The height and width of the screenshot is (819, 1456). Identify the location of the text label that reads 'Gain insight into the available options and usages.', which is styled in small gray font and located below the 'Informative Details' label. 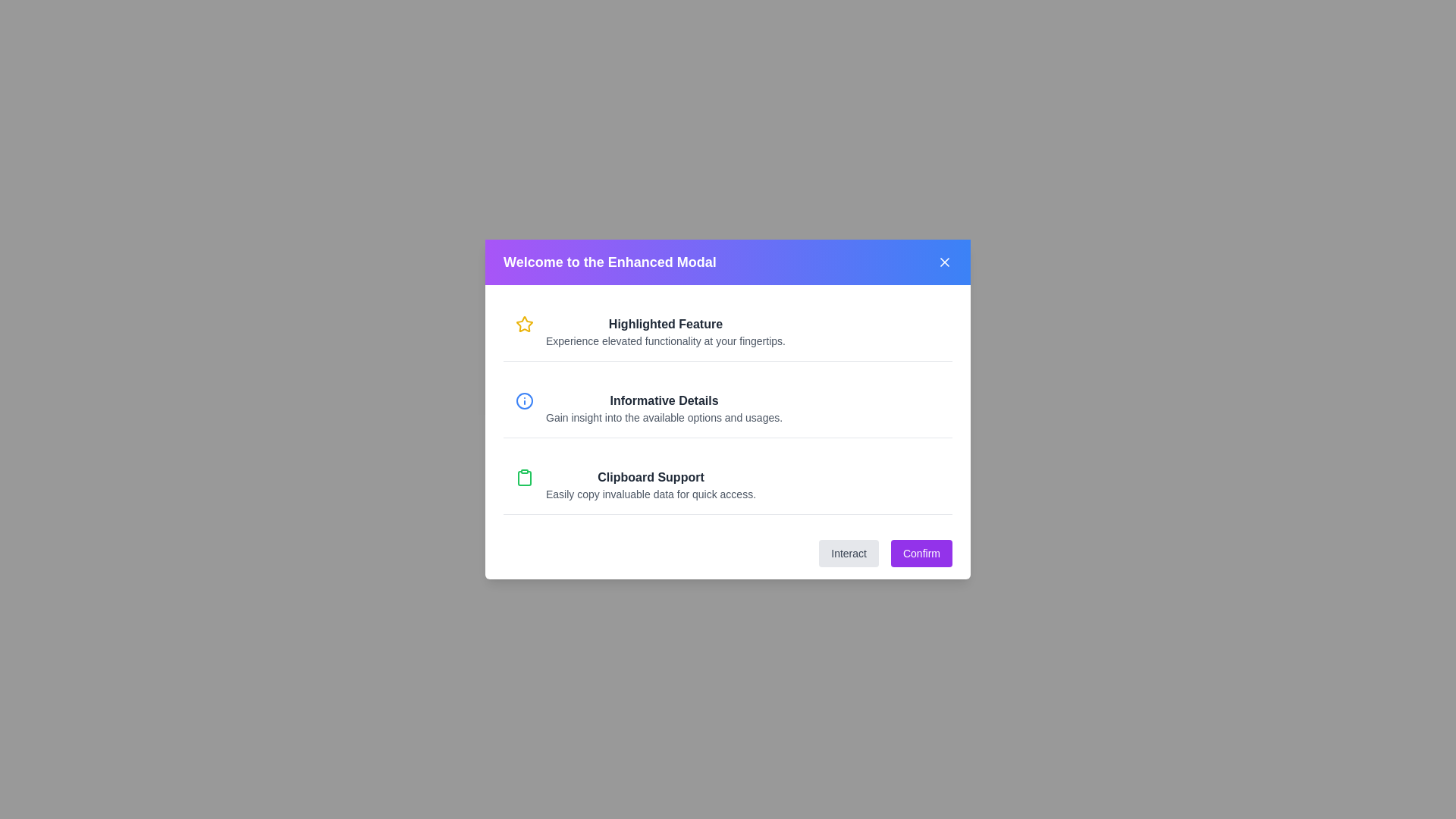
(664, 418).